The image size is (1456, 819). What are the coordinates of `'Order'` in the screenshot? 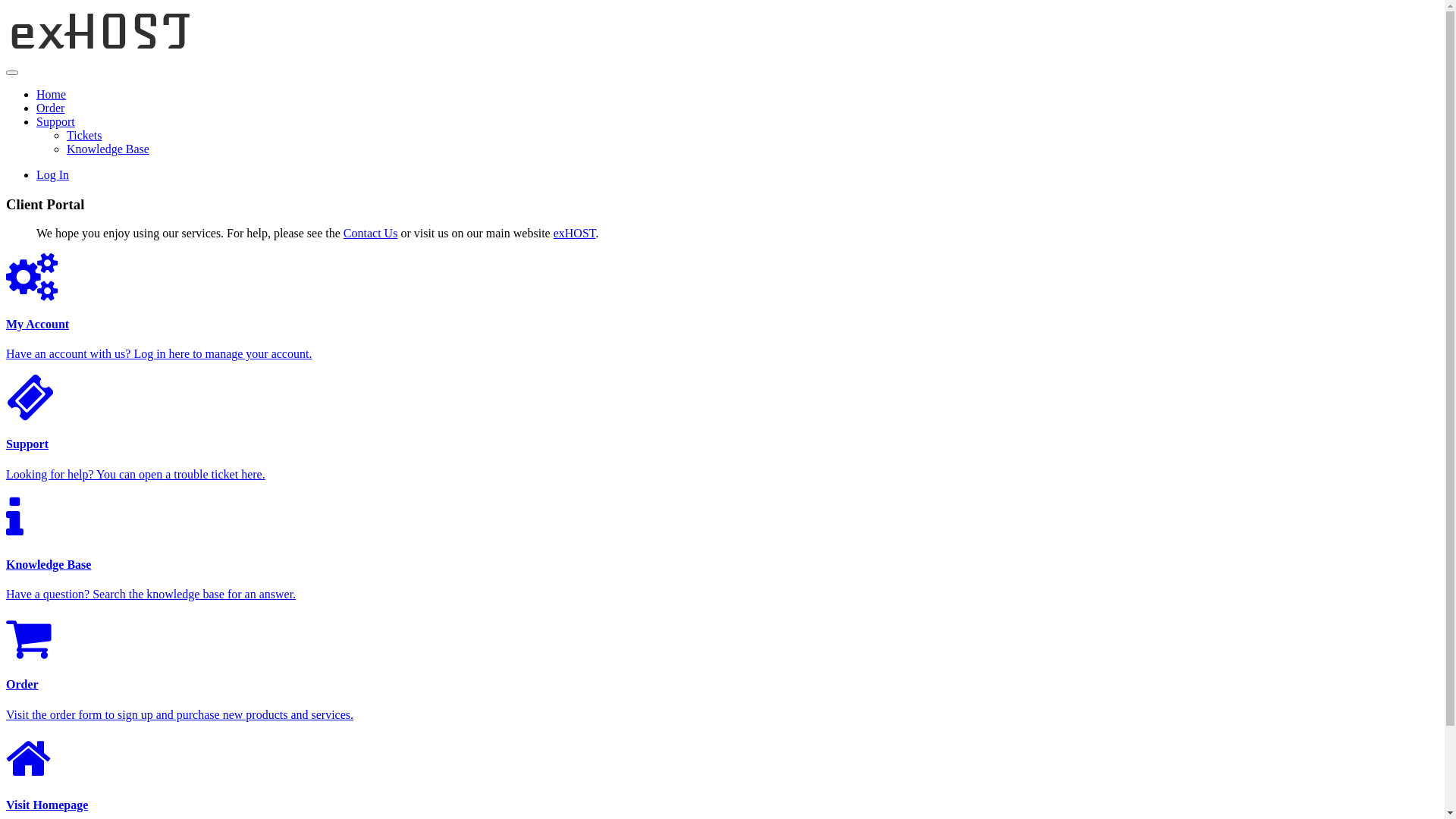 It's located at (50, 107).